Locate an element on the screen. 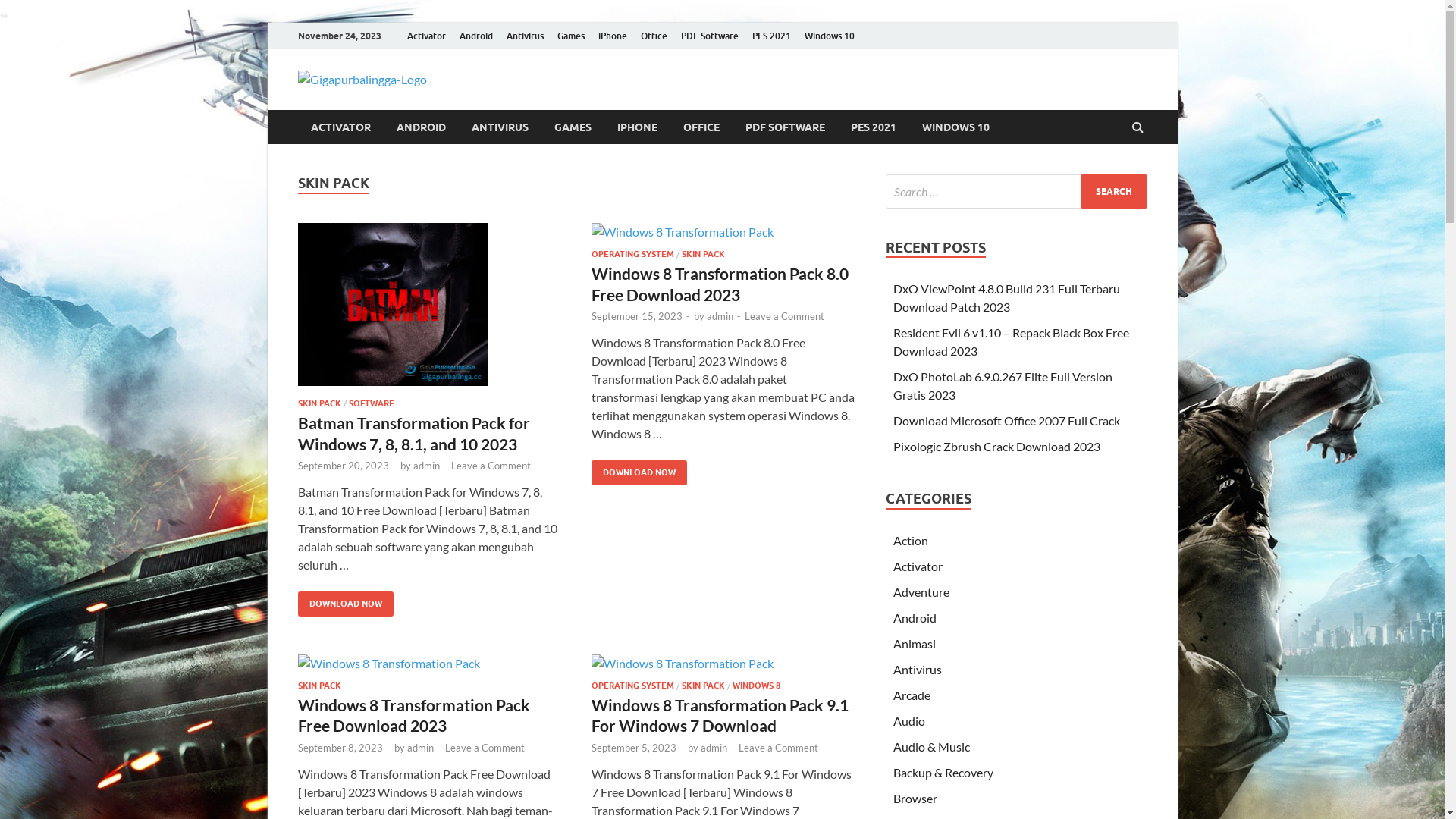 The image size is (1456, 819). 'Audio & Music' is located at coordinates (893, 745).